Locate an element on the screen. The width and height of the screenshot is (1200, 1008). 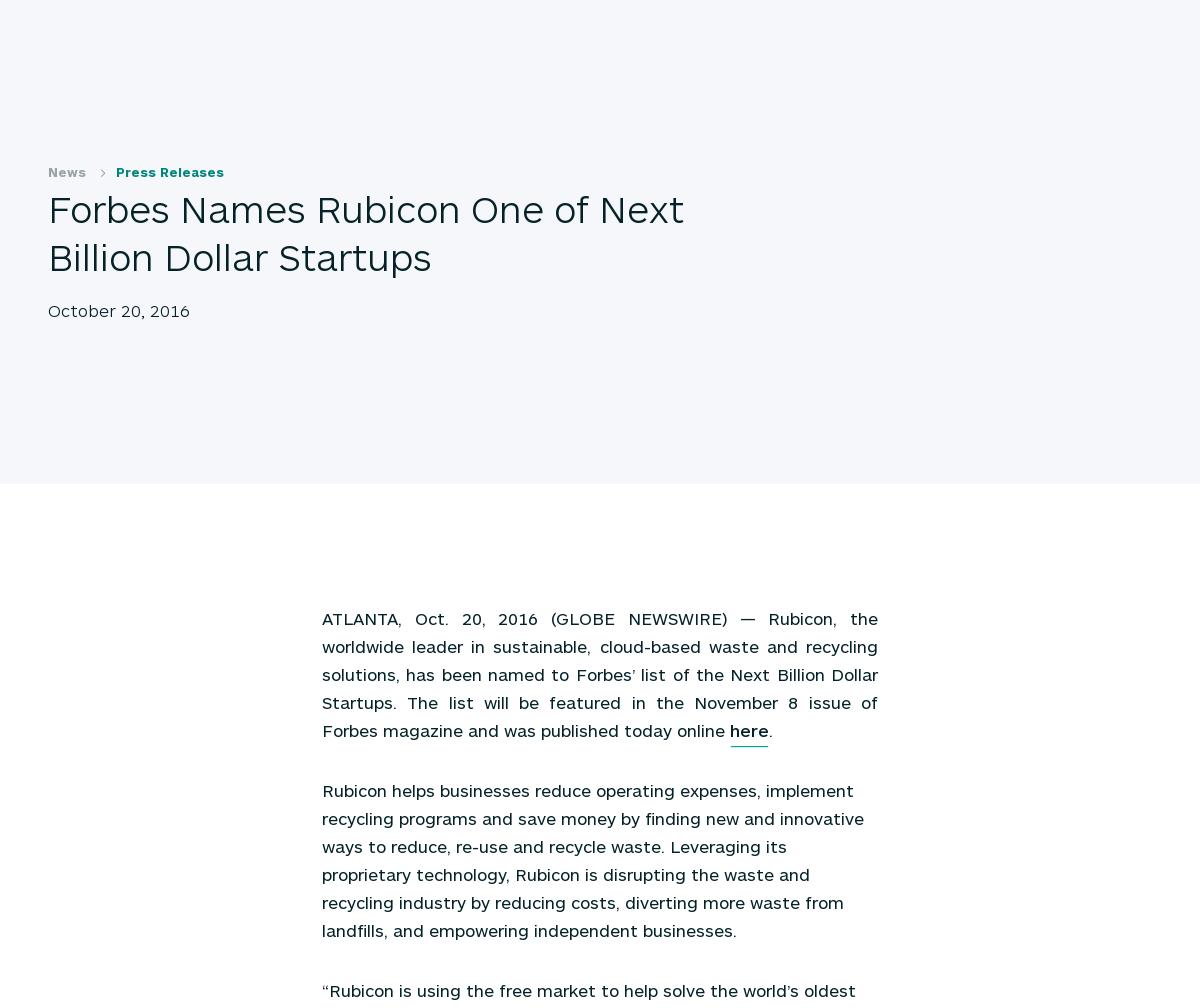
'Sustainability Hub' is located at coordinates (820, 62).